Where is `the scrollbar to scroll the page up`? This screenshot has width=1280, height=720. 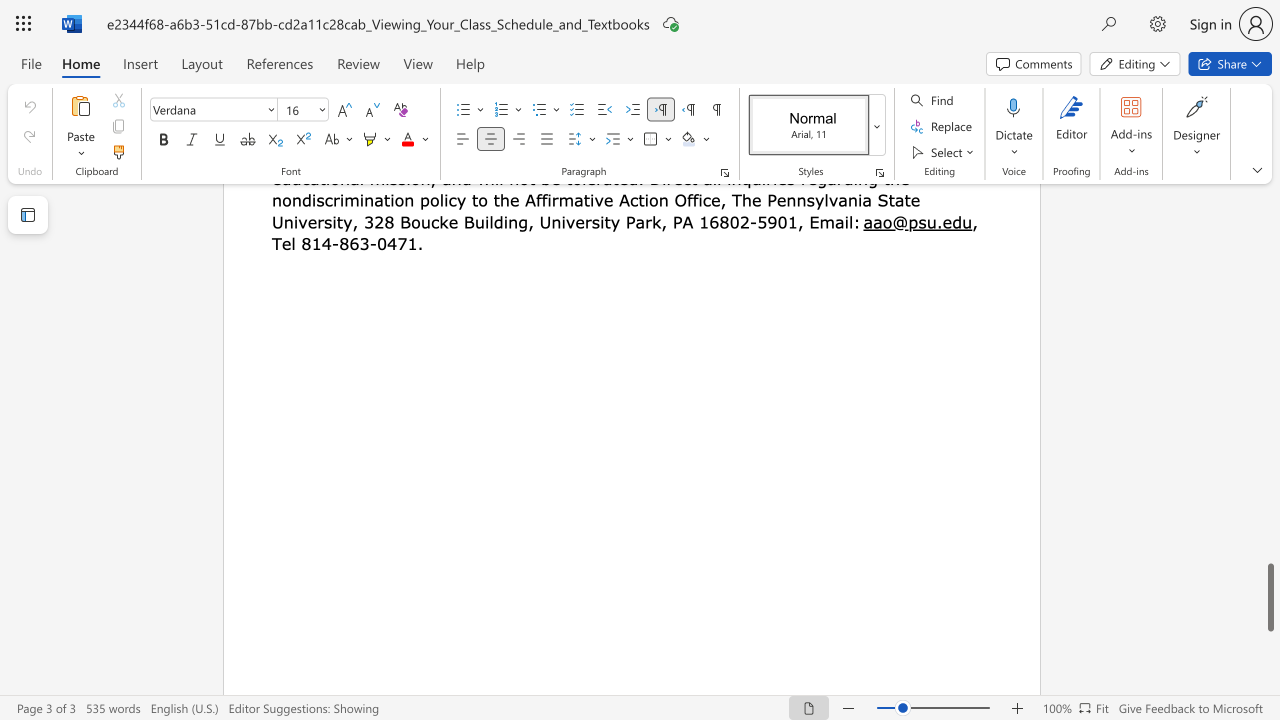
the scrollbar to scroll the page up is located at coordinates (1269, 360).